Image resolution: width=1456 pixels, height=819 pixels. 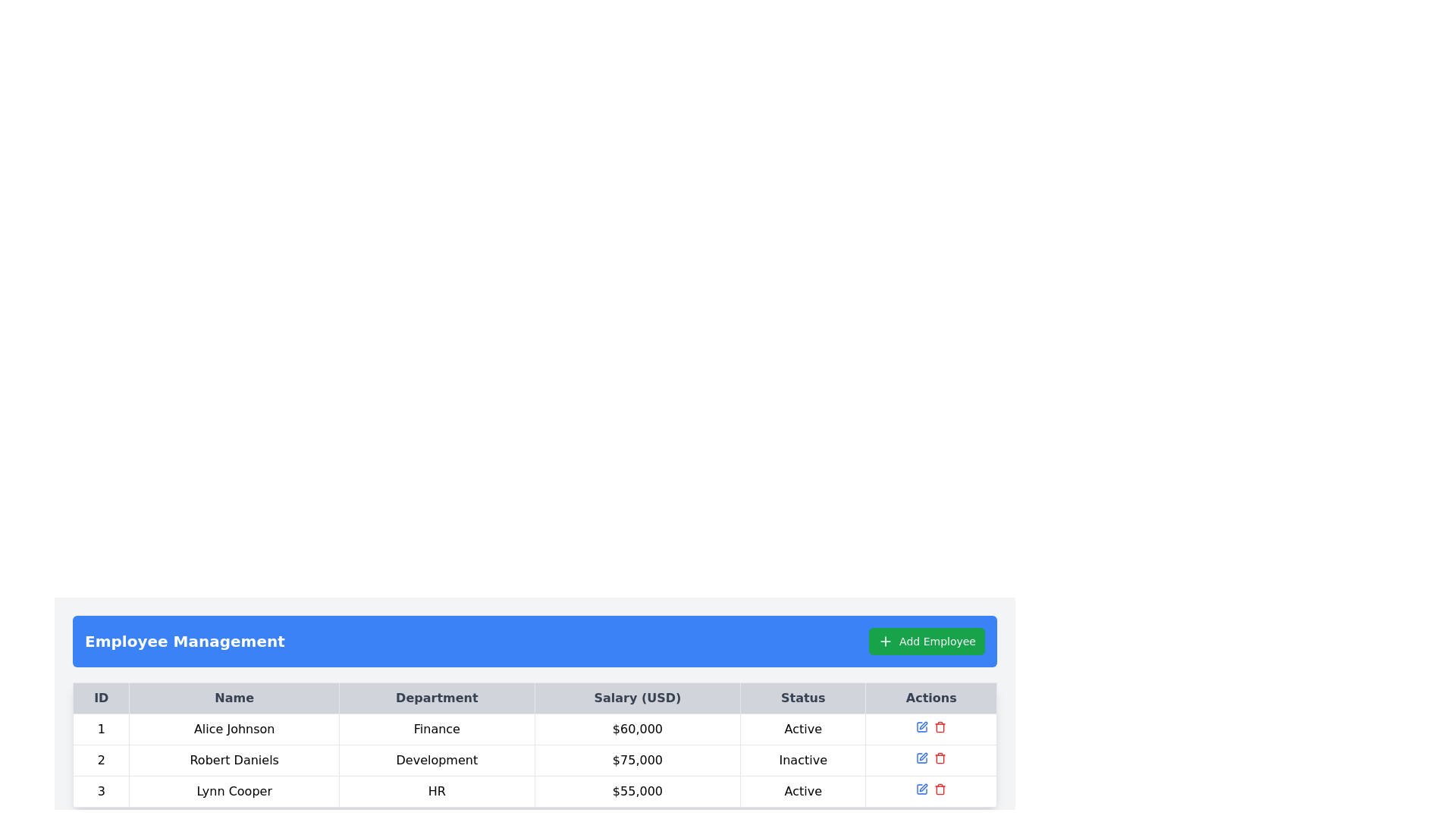 What do you see at coordinates (100, 791) in the screenshot?
I see `the table cell containing the number '3' located in the first column under the 'ID' header in the third row, corresponding to 'Lynn Cooper', to focus on the row` at bounding box center [100, 791].